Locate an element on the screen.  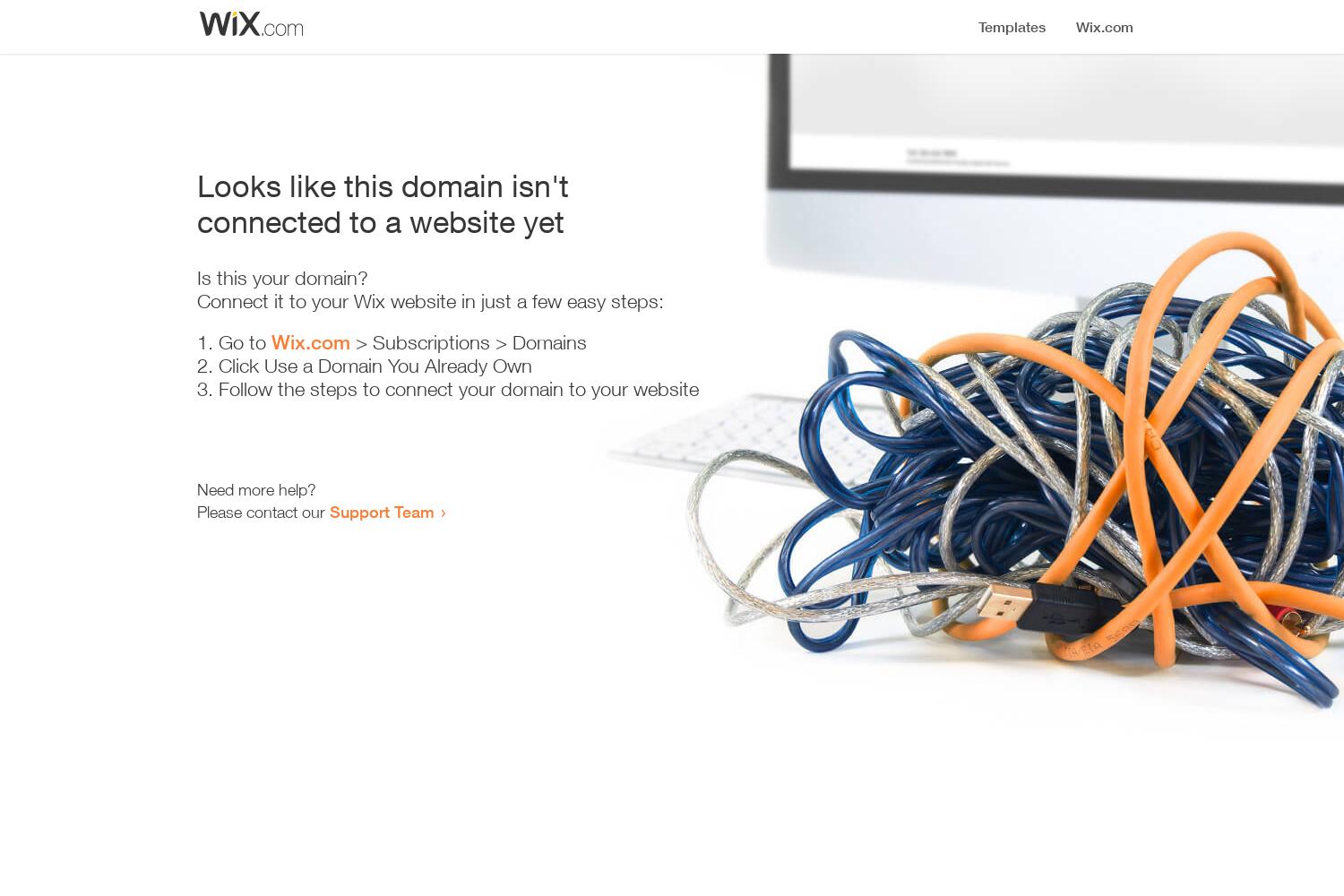
'Wix.com' is located at coordinates (309, 342).